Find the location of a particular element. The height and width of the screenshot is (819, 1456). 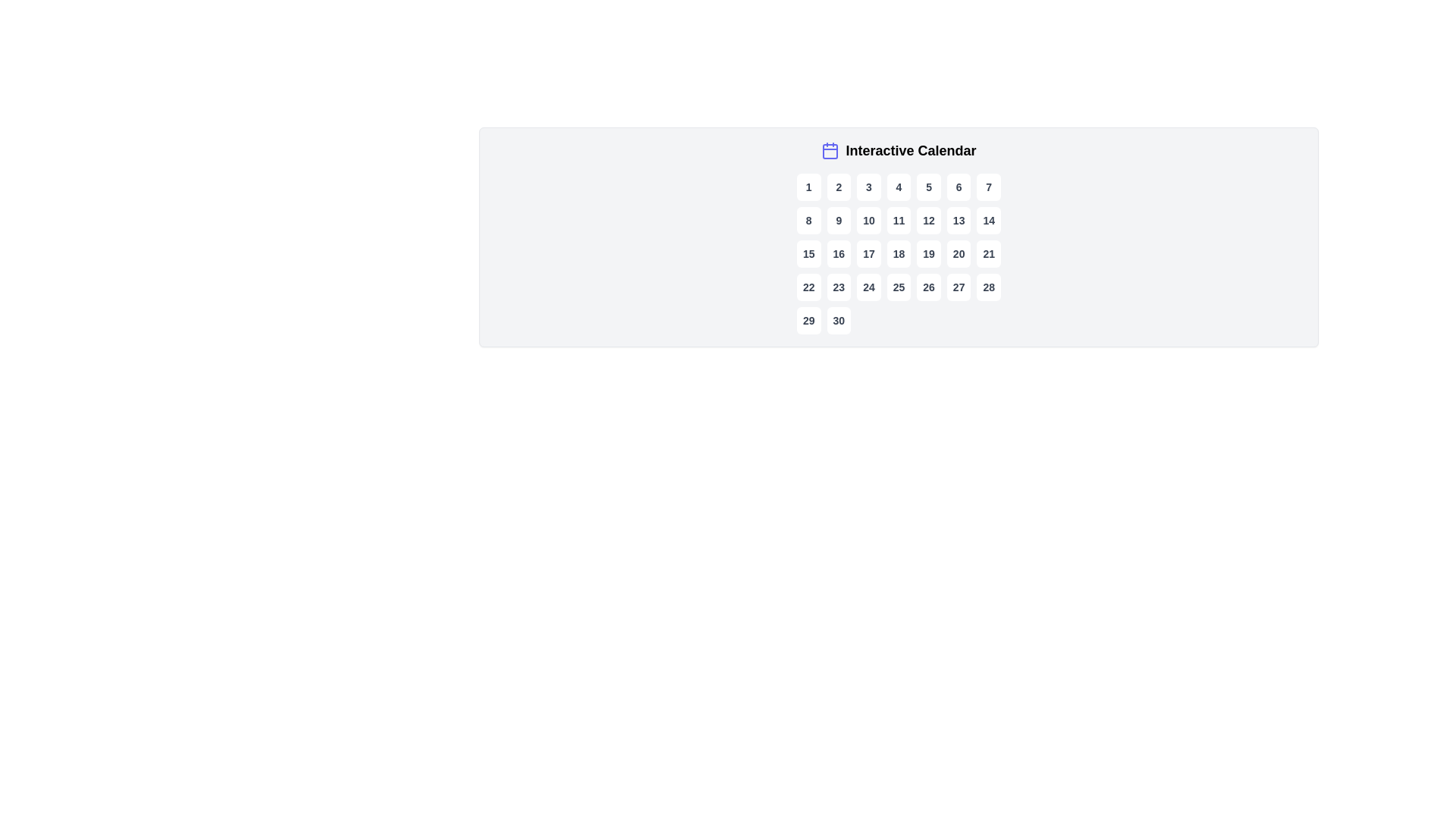

the button representing the 19th day in the calendar is located at coordinates (928, 253).